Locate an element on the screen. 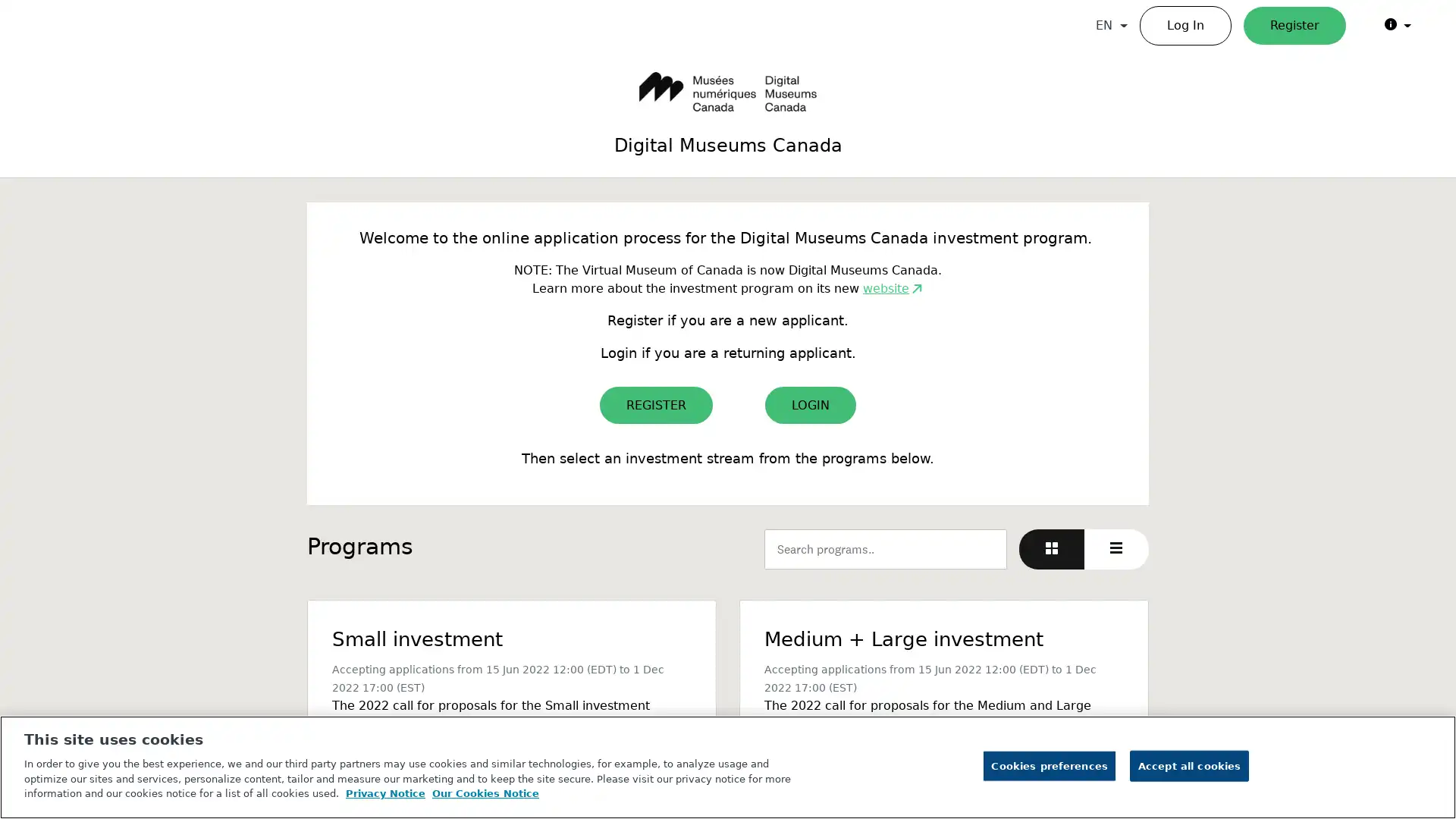  Toggle grid view is located at coordinates (1051, 549).